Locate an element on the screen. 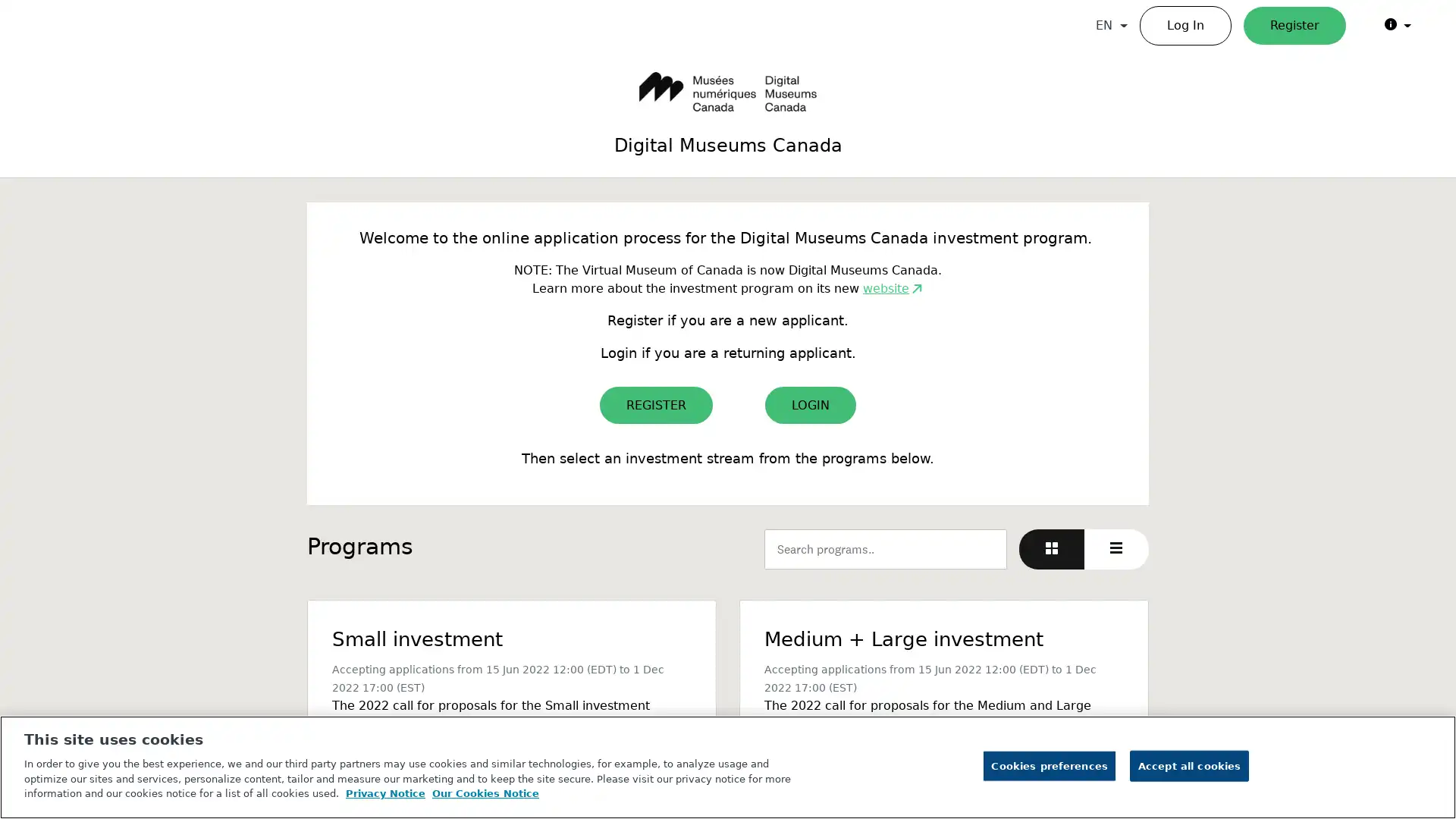  Toggle grid view is located at coordinates (1051, 549).